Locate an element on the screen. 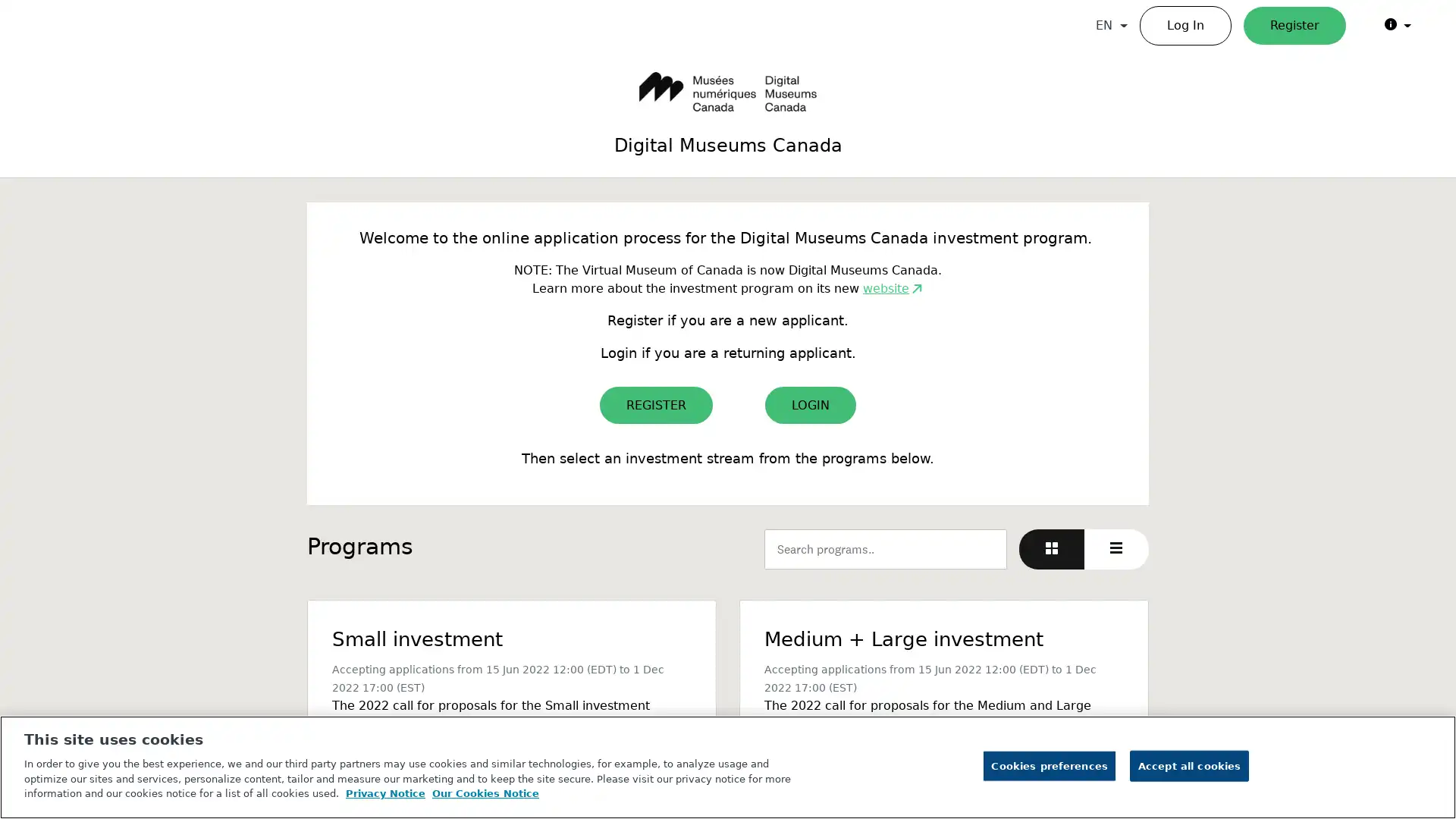  Toggle grid view is located at coordinates (1051, 549).